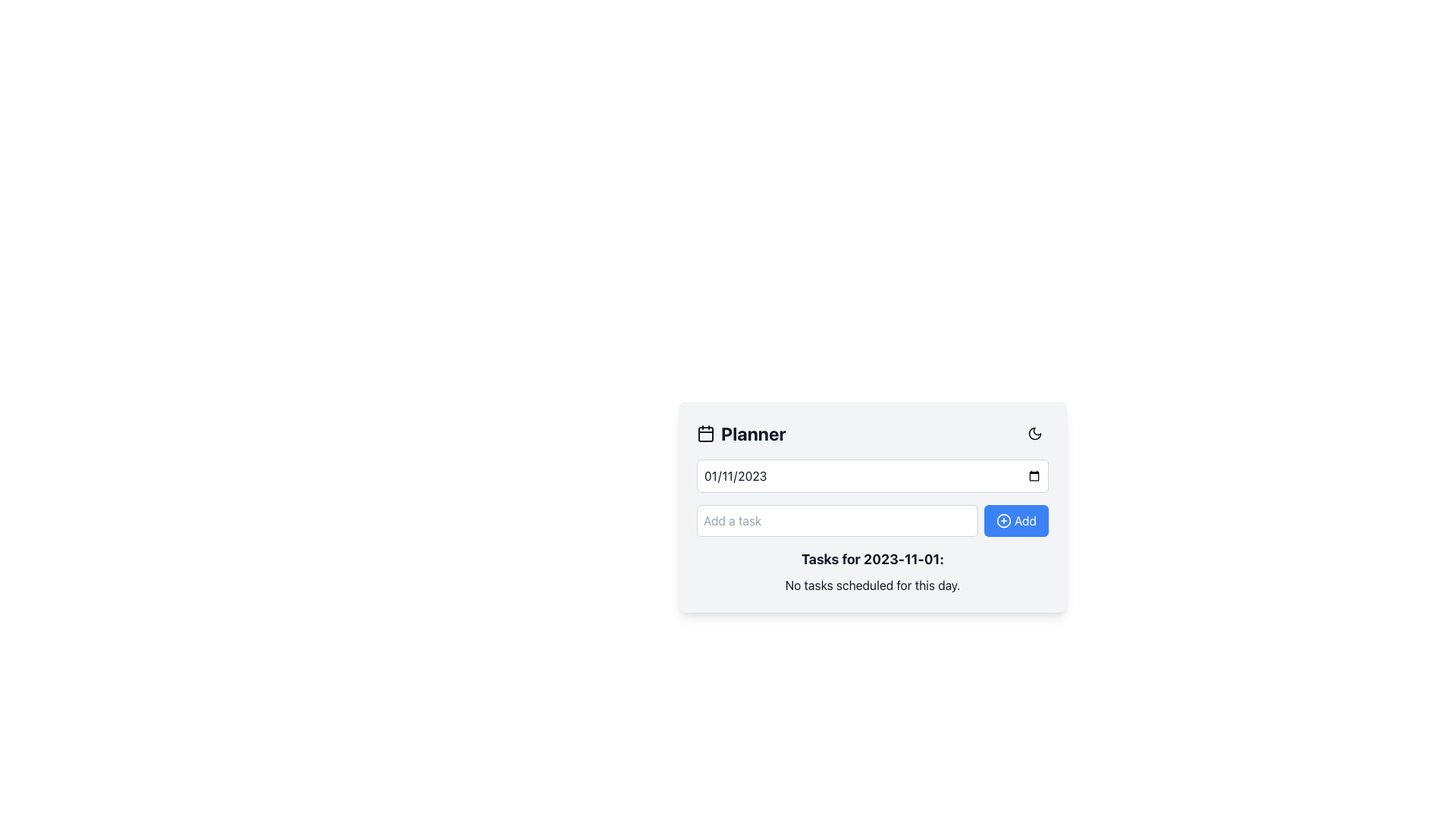 This screenshot has width=1456, height=819. I want to click on the decorative icon for the 'Planner' section, which is located immediately to the left of the 'Planner' text in the header grouping, so click(705, 433).